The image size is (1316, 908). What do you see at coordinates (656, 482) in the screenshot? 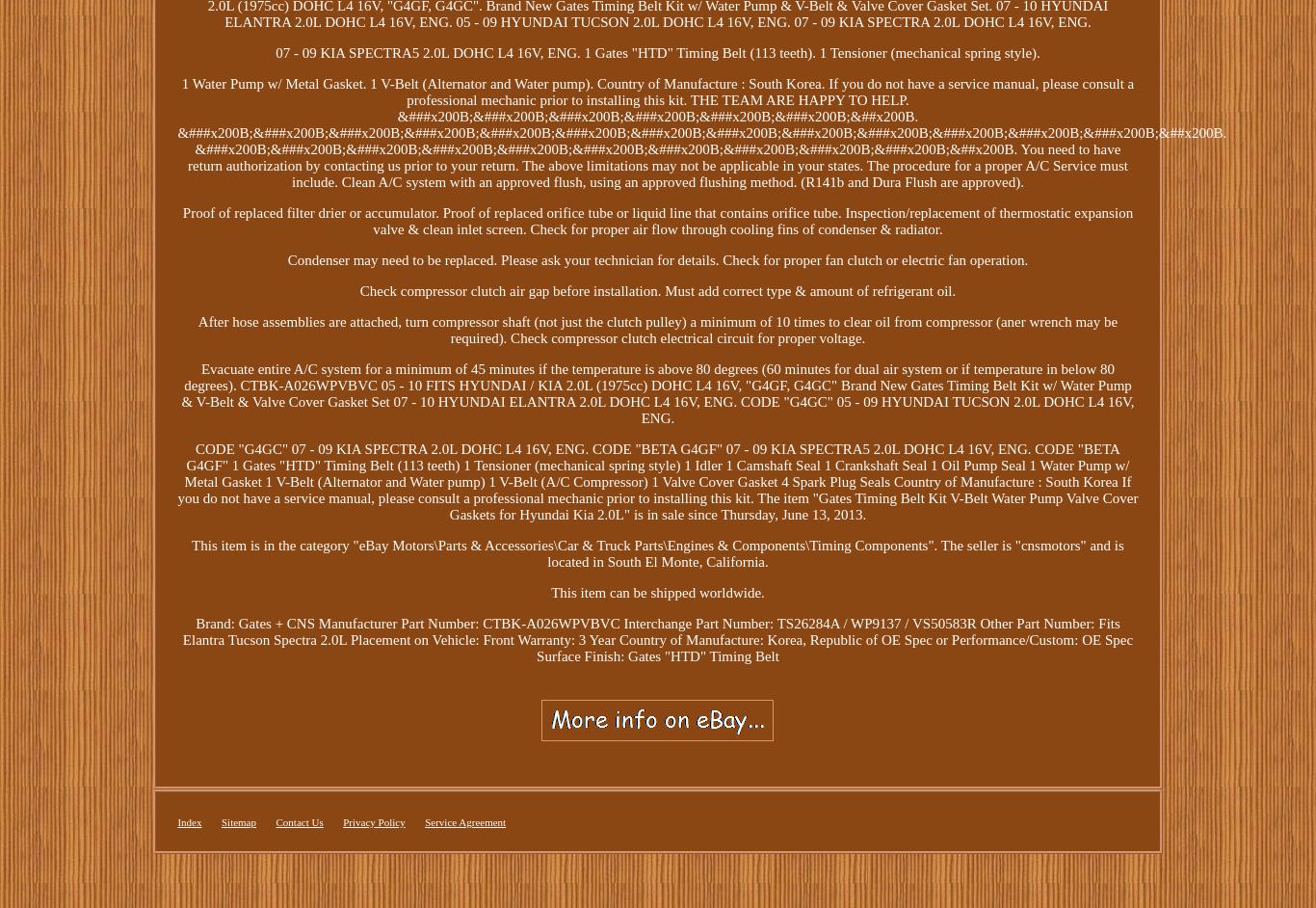
I see `'CODE "G4GC" 07 - 09 KIA SPECTRA 2.0L DOHC L4 16V, ENG. CODE "BETA G4GF" 07 - 09 KIA SPECTRA5 2.0L DOHC L4 16V, ENG. CODE "BETA G4GF" 1 Gates "HTD" Timing Belt (113 teeth) 1 Tensioner (mechanical spring style) 1 Idler 1 Camshaft Seal 1 Crankshaft Seal 1 Oil Pump Seal 1 Water Pump w/ Metal Gasket 1 V-Belt (Alternator and Water pump) 1 V-Belt (A/C Compressor) 1 Valve Cover Gasket 4 Spark Plug Seals Country of Manufacture : South Korea If you do not have a service manual, please consult a professional mechanic prior to installing this kit. The item "Gates Timing Belt Kit V-Belt Water Pump Valve Cover Gaskets for Hyundai Kia 2.0L" is in sale since Thursday, June 13, 2013.'` at bounding box center [656, 482].